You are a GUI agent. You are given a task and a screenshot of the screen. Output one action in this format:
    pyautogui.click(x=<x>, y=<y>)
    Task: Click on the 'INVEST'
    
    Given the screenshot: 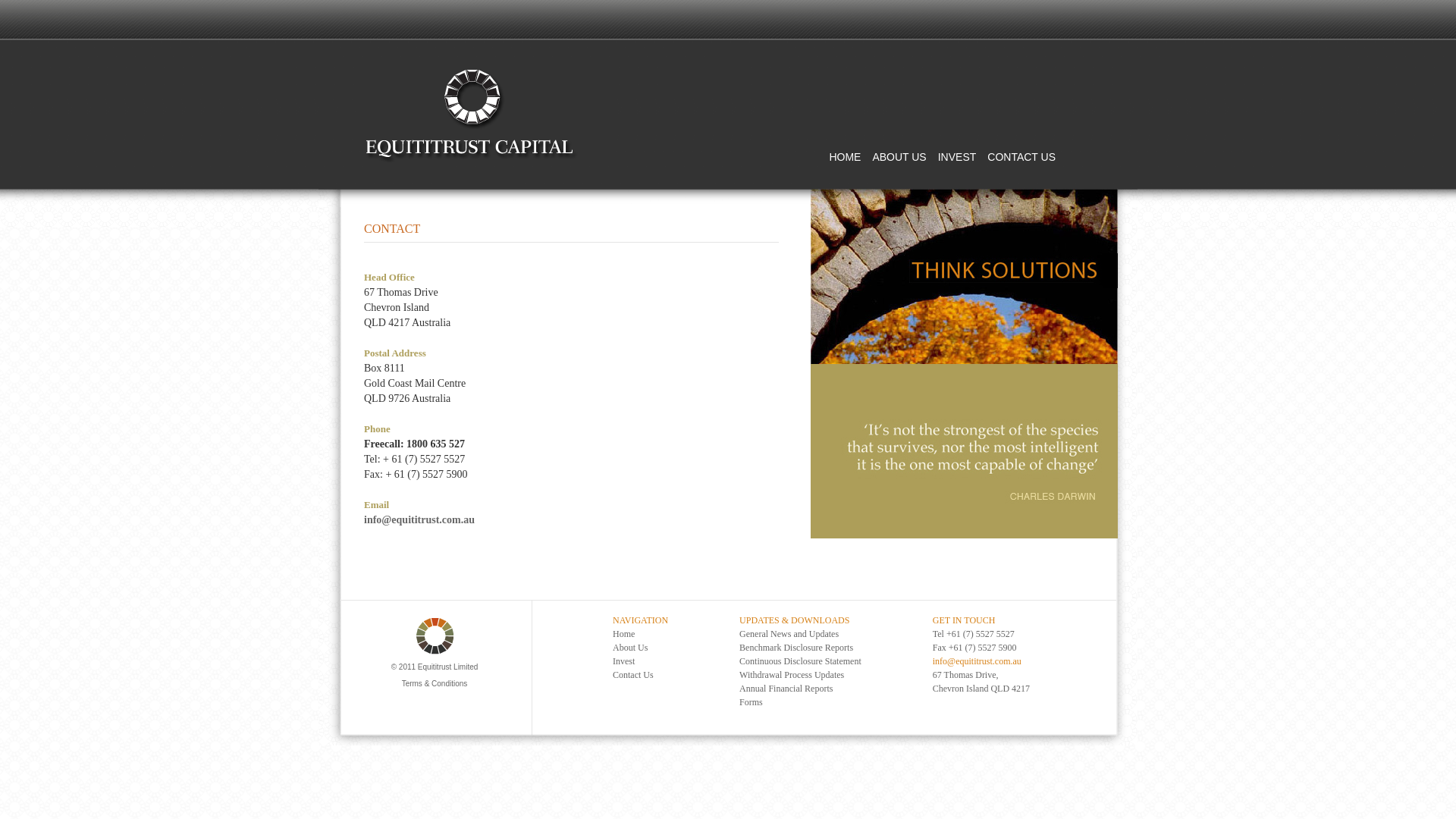 What is the action you would take?
    pyautogui.click(x=956, y=157)
    